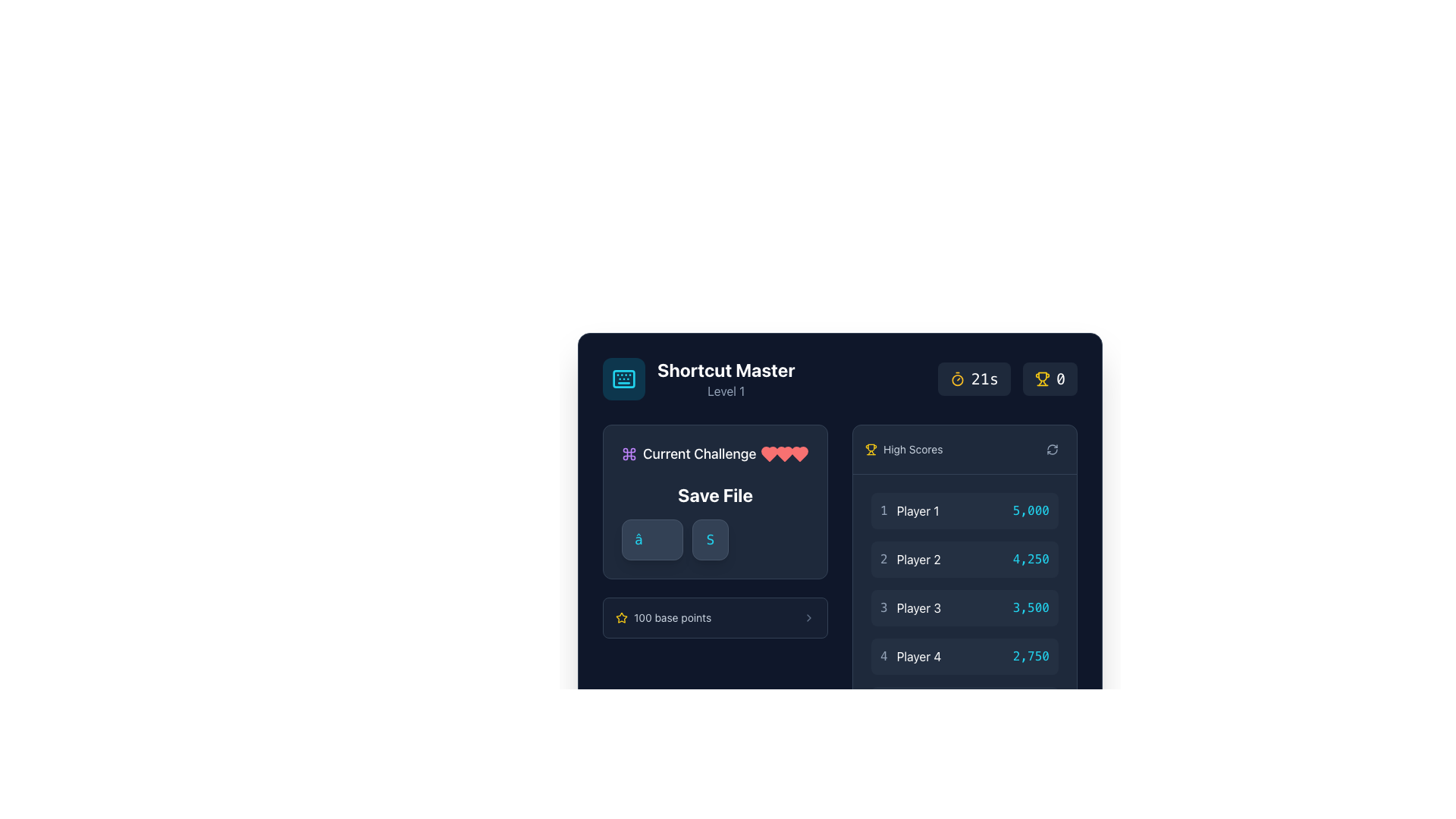  Describe the element at coordinates (883, 511) in the screenshot. I see `numeric text '1' styled in a mono font, located to the left of 'Player 1' in the 'High Scores' section` at that location.